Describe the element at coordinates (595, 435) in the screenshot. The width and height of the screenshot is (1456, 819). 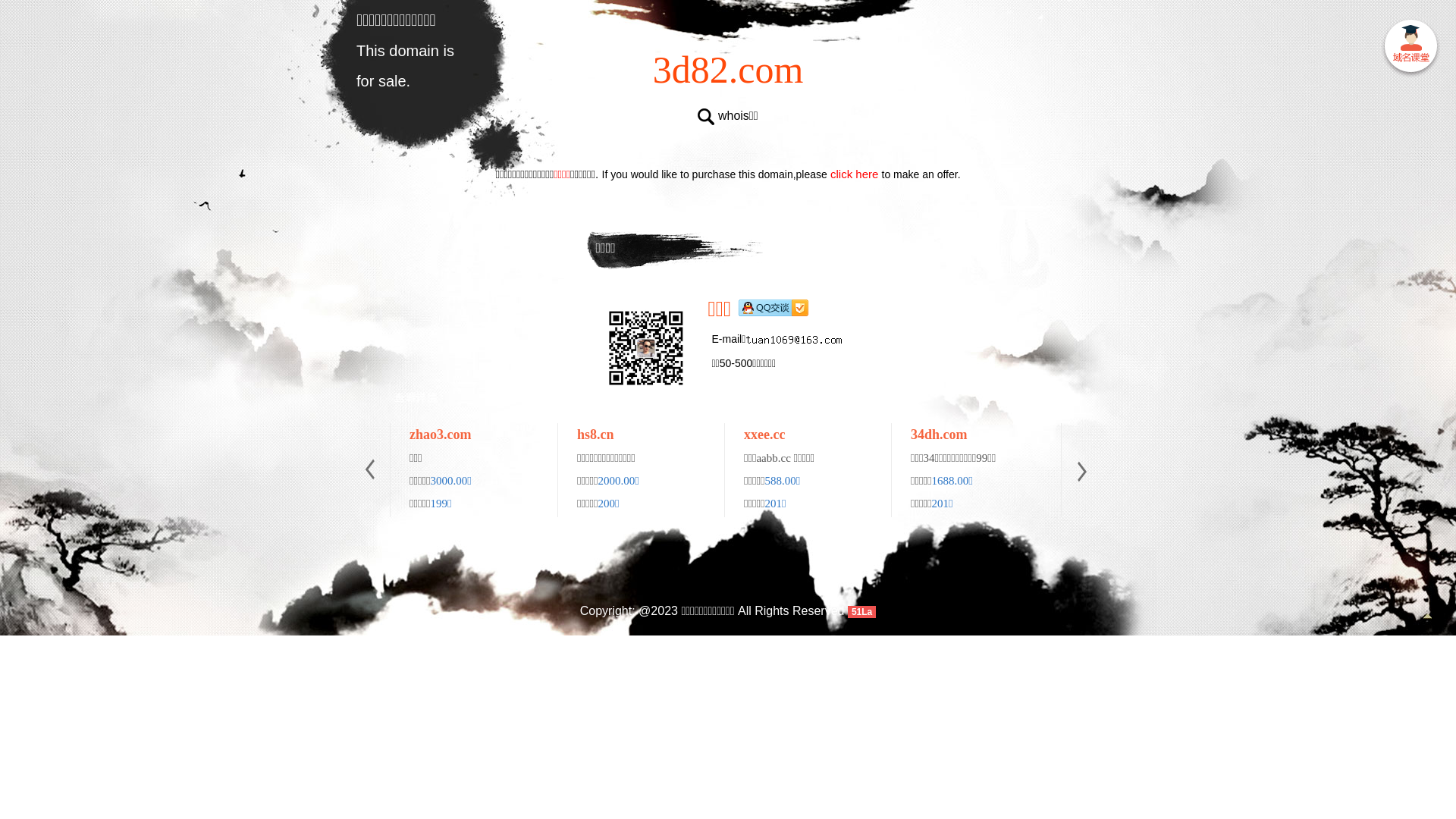
I see `'hs8.cn'` at that location.